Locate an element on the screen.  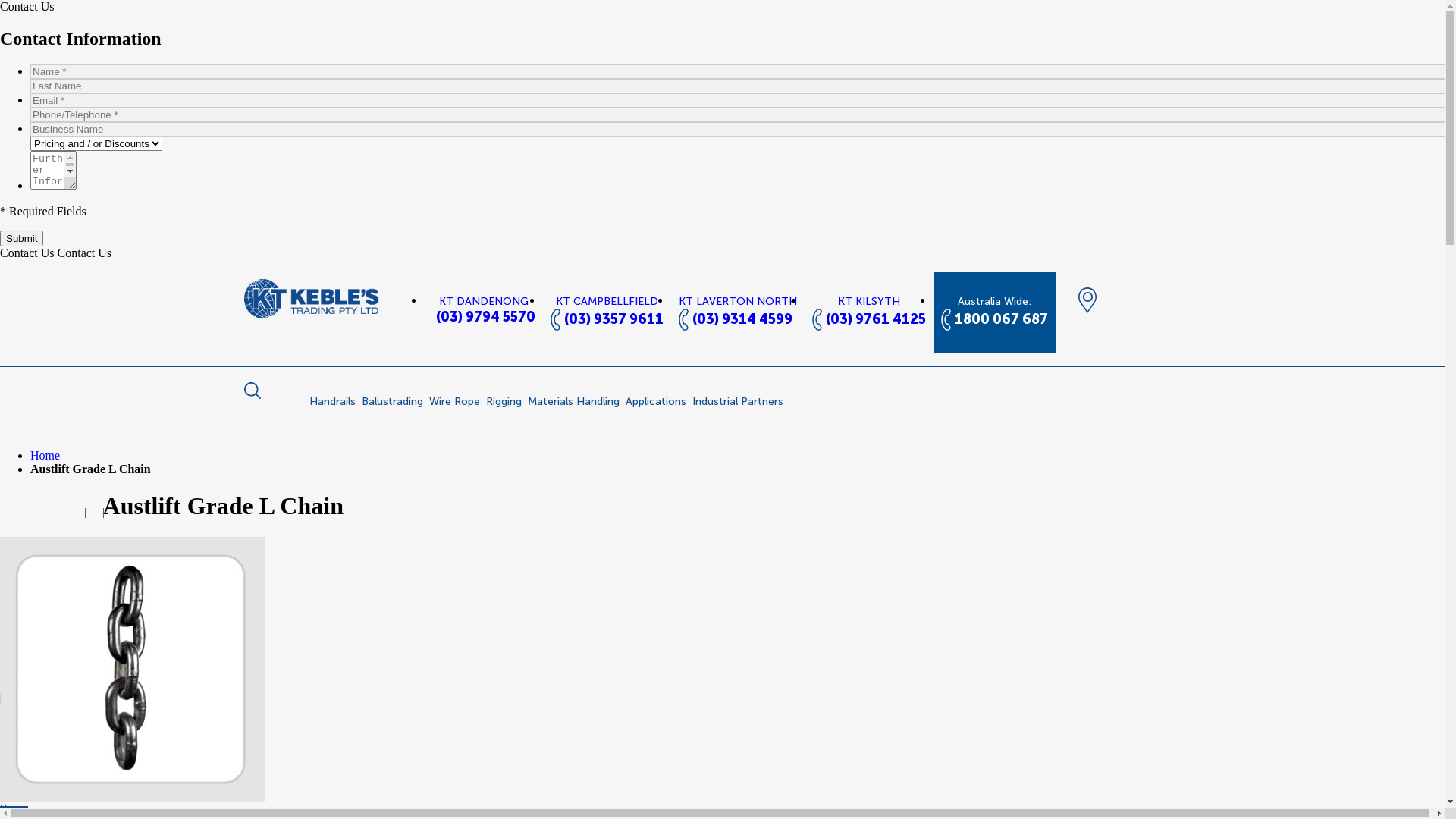
'Wire Rope' is located at coordinates (453, 400).